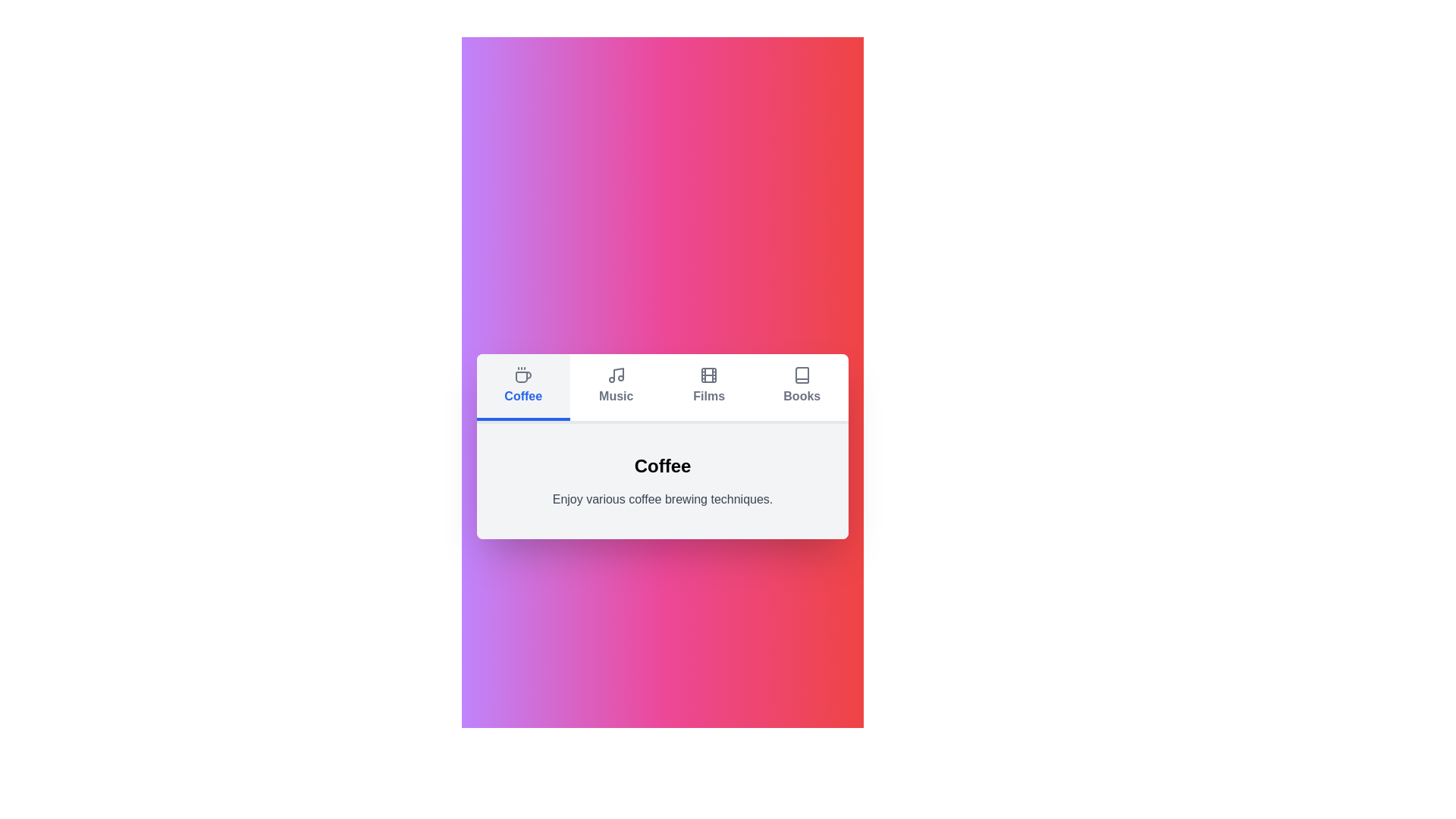 Image resolution: width=1456 pixels, height=819 pixels. What do you see at coordinates (801, 386) in the screenshot?
I see `the tab labeled Books` at bounding box center [801, 386].